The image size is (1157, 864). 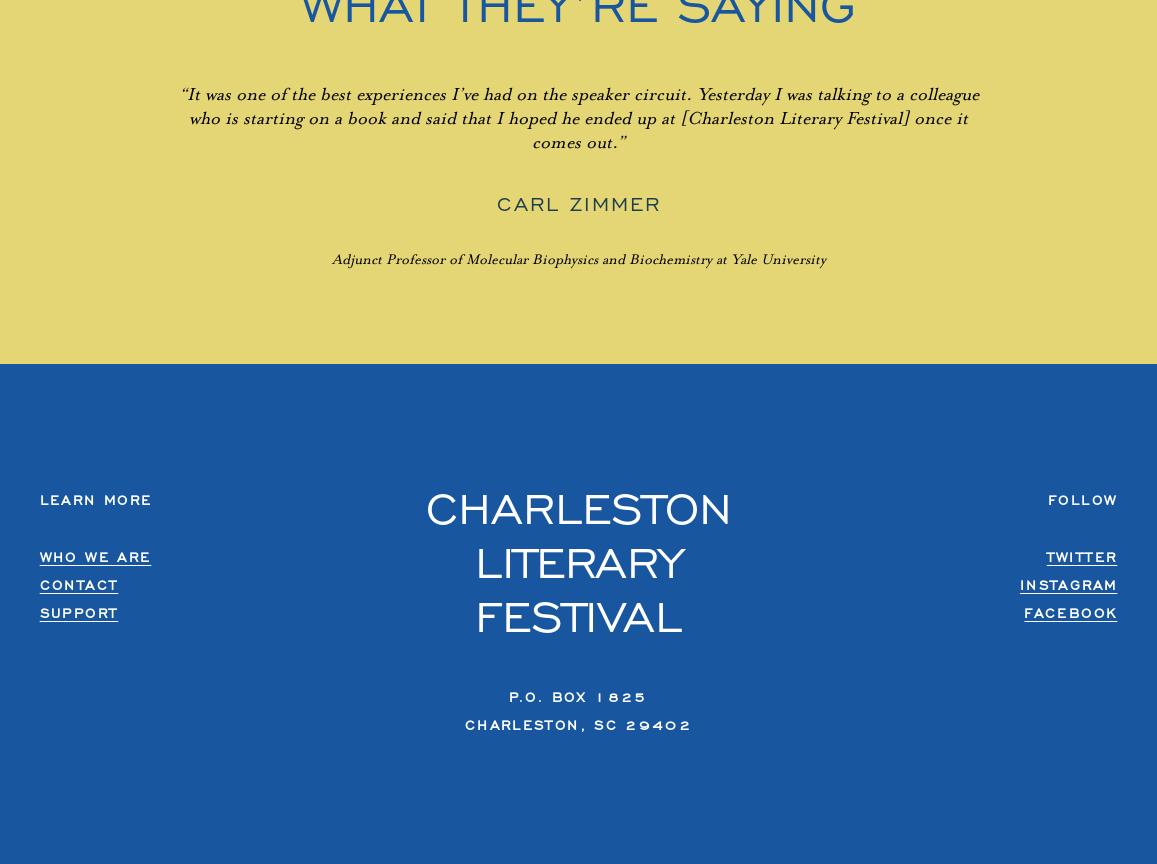 I want to click on 'Charleston, SC 29402', so click(x=463, y=724).